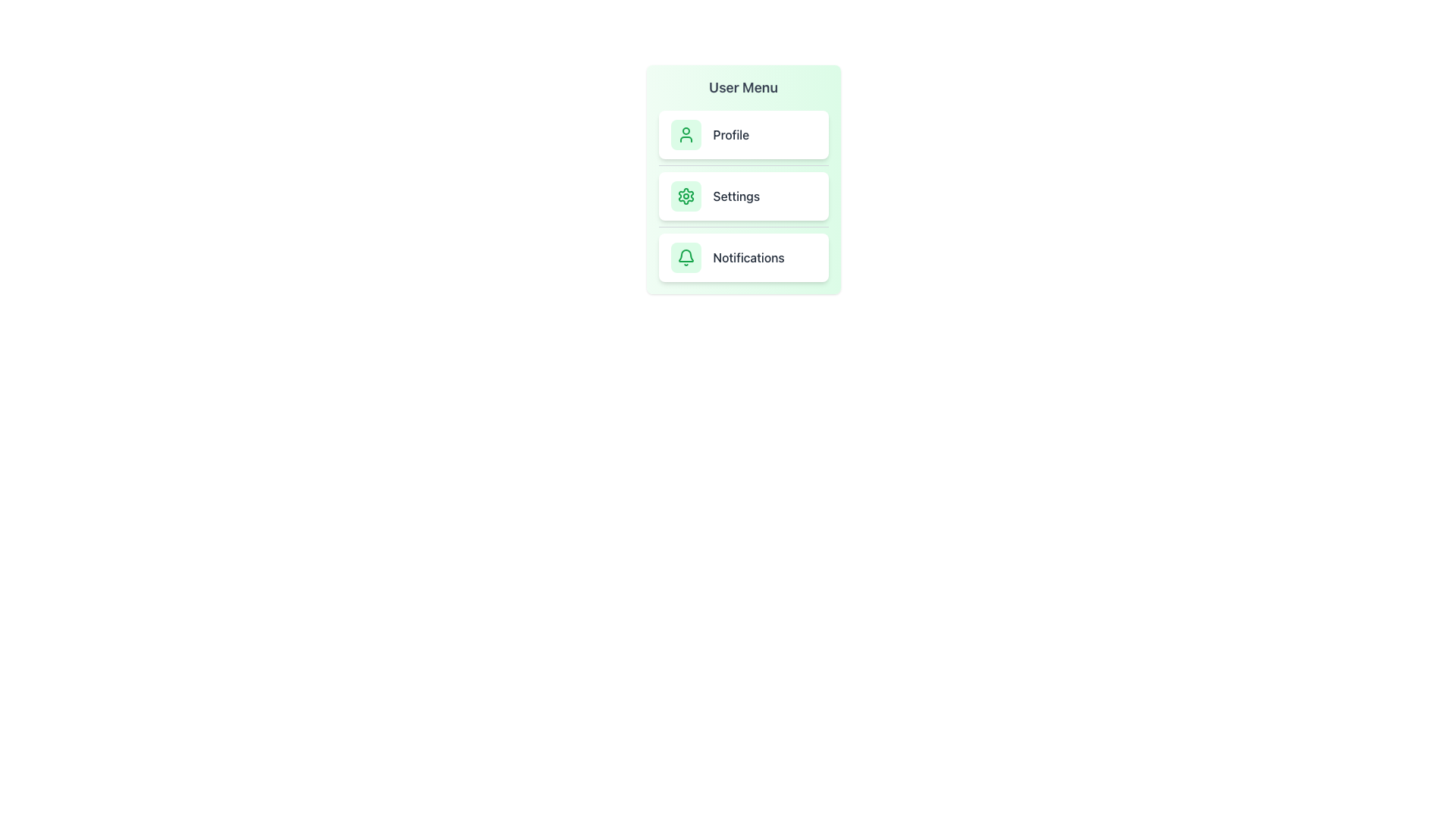  I want to click on the 'Settings' button in the 'User Menu' card, so click(743, 195).